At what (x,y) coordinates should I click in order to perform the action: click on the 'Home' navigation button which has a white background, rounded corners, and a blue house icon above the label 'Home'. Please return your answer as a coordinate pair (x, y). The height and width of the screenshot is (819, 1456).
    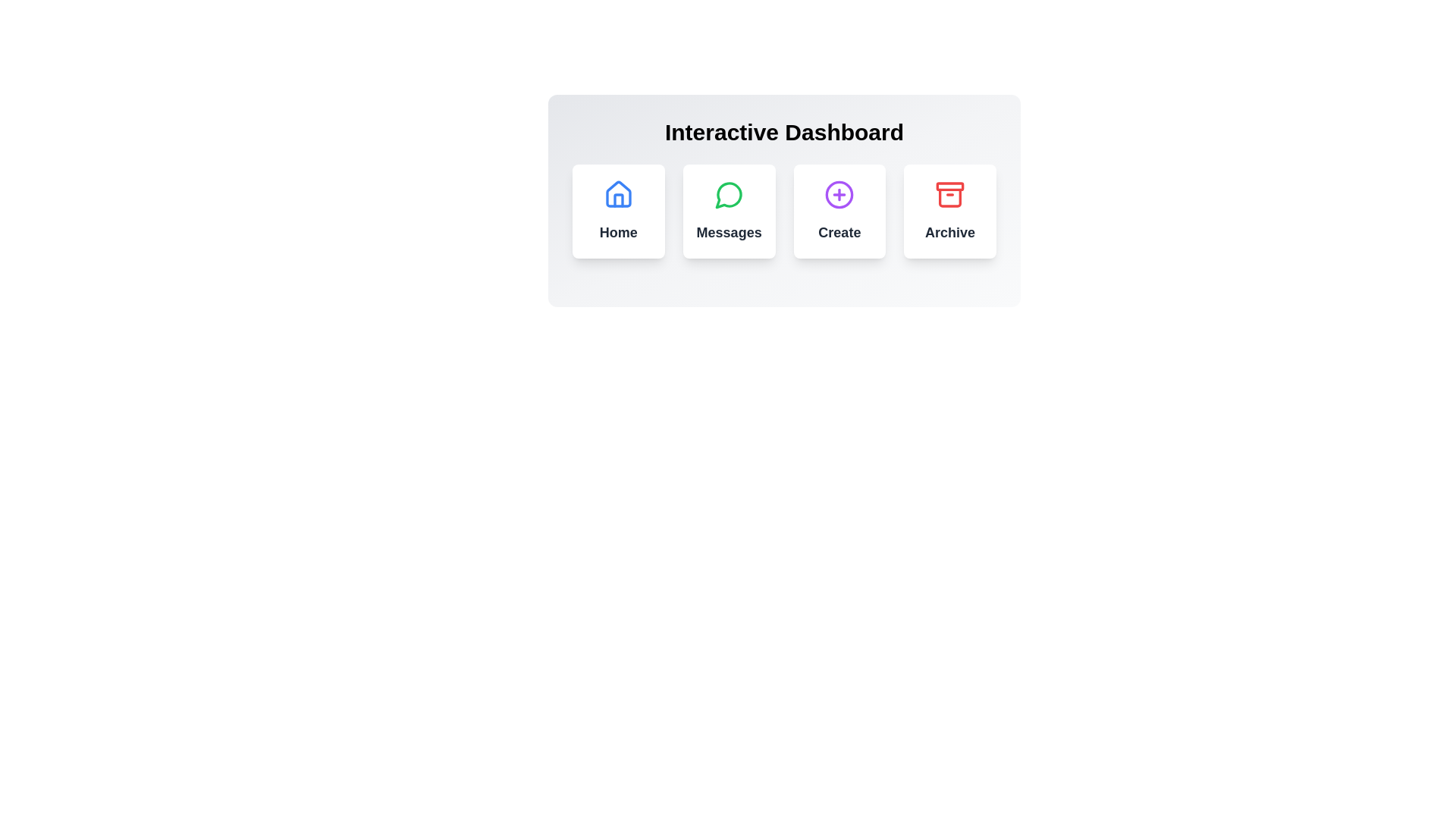
    Looking at the image, I should click on (618, 211).